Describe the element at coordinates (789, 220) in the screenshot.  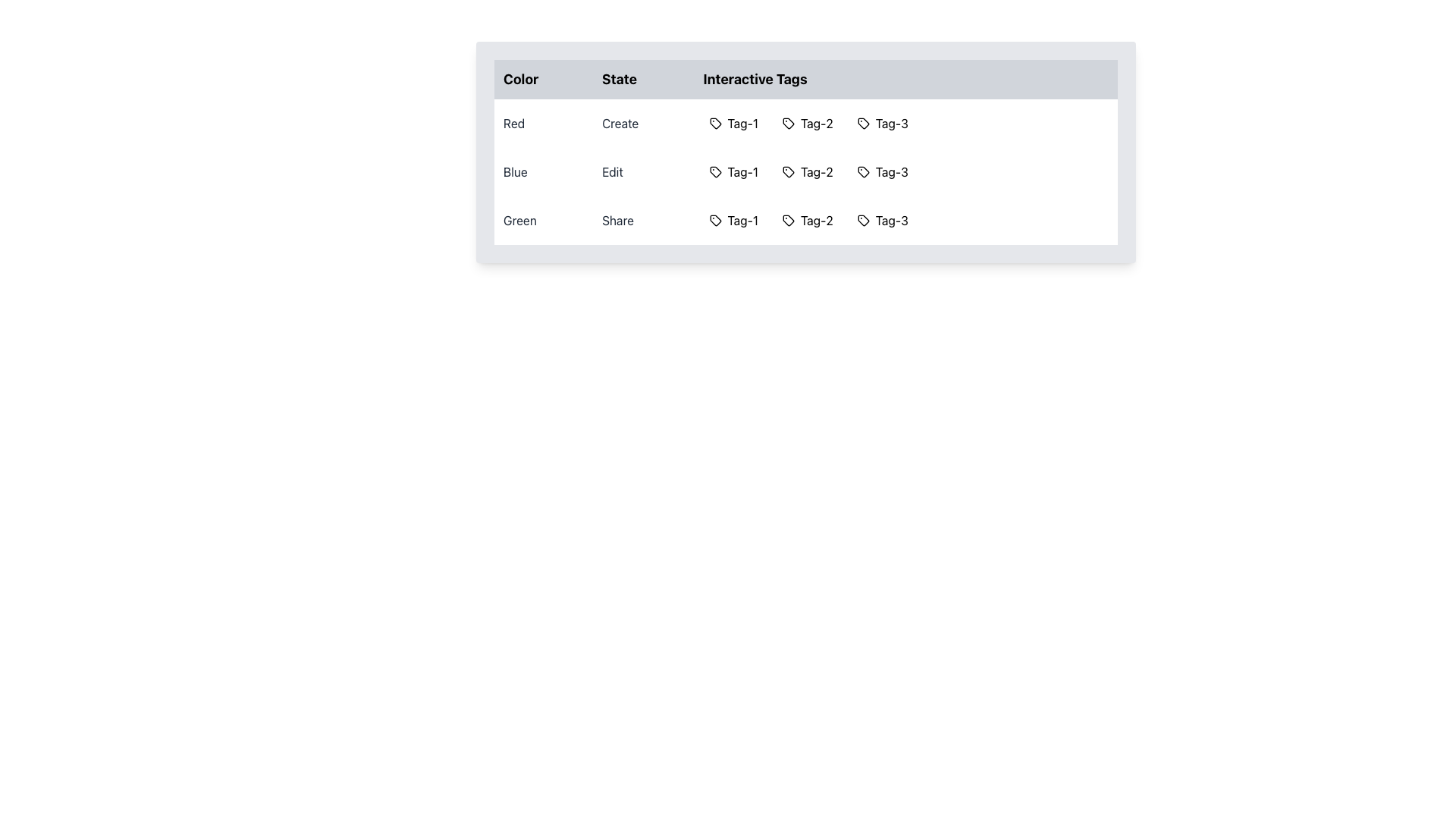
I see `the appearance of the 'Tag-2' icon, which represents the 'Green' category in the 'Interactive Tags' section located in the third row and second column of the table` at that location.